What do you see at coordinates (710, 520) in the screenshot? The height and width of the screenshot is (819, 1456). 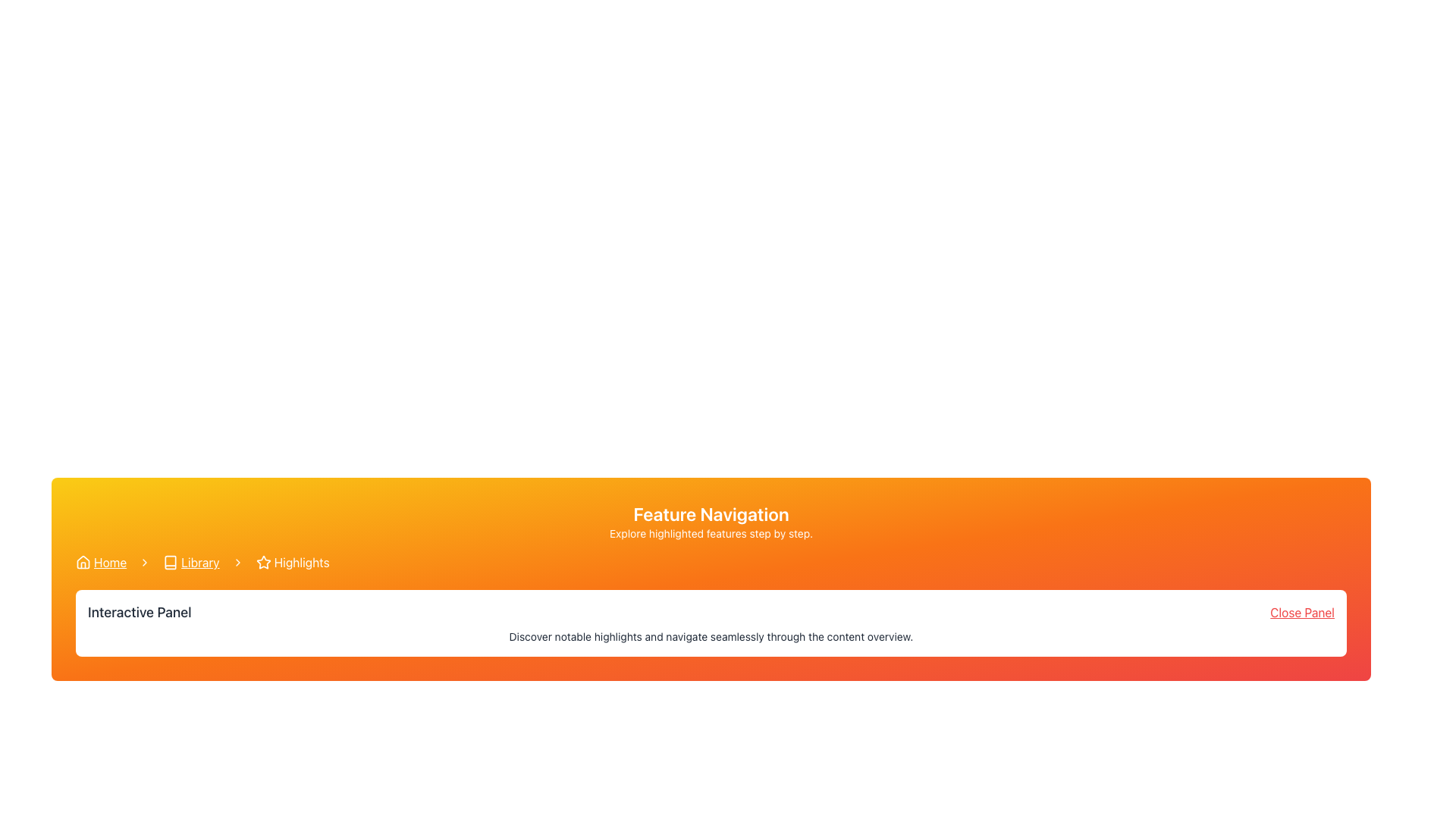 I see `Header text block that introduces the feature navigation guide, located at the top center of the interface` at bounding box center [710, 520].